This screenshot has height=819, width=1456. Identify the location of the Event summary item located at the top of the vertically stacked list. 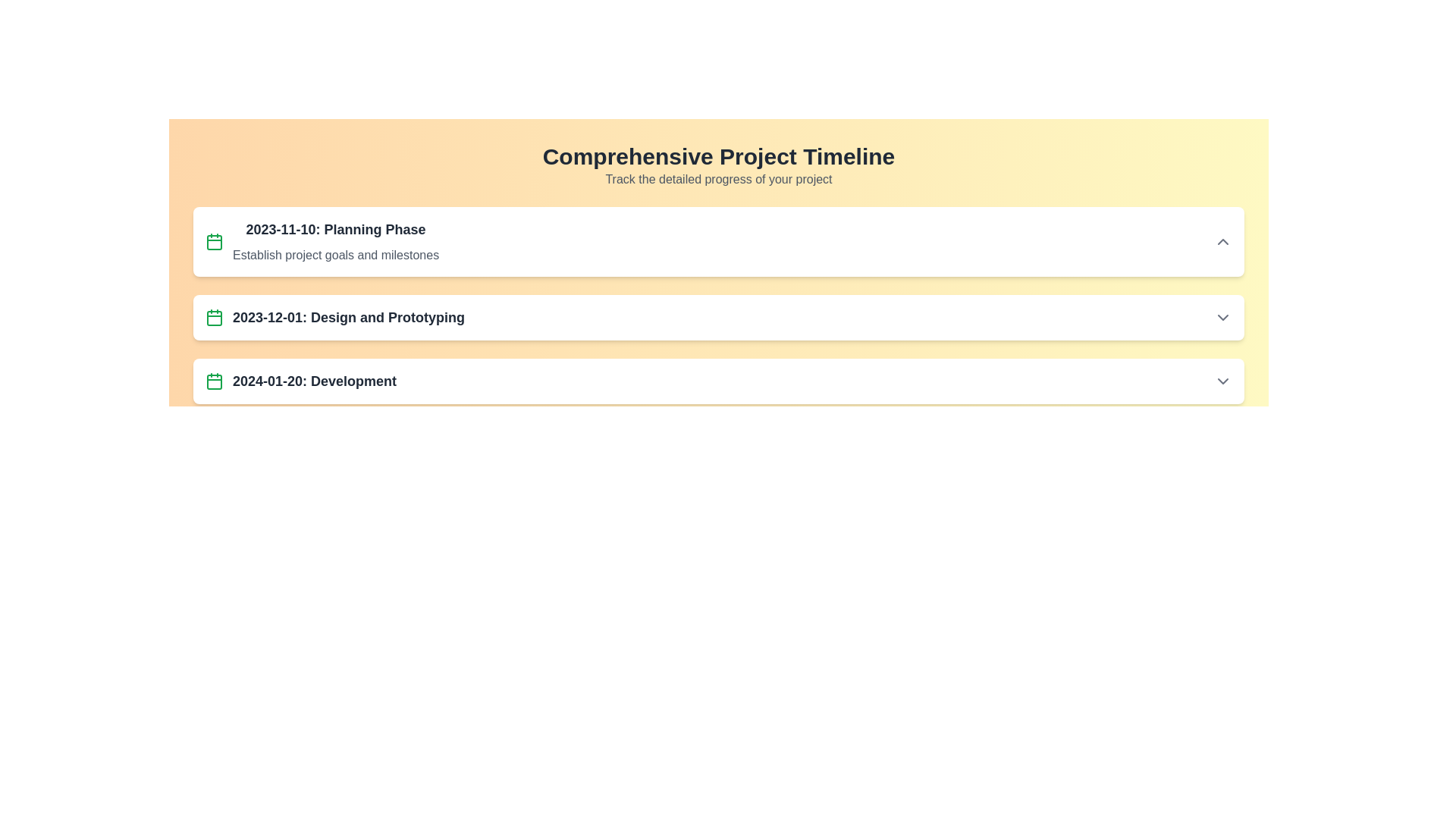
(322, 241).